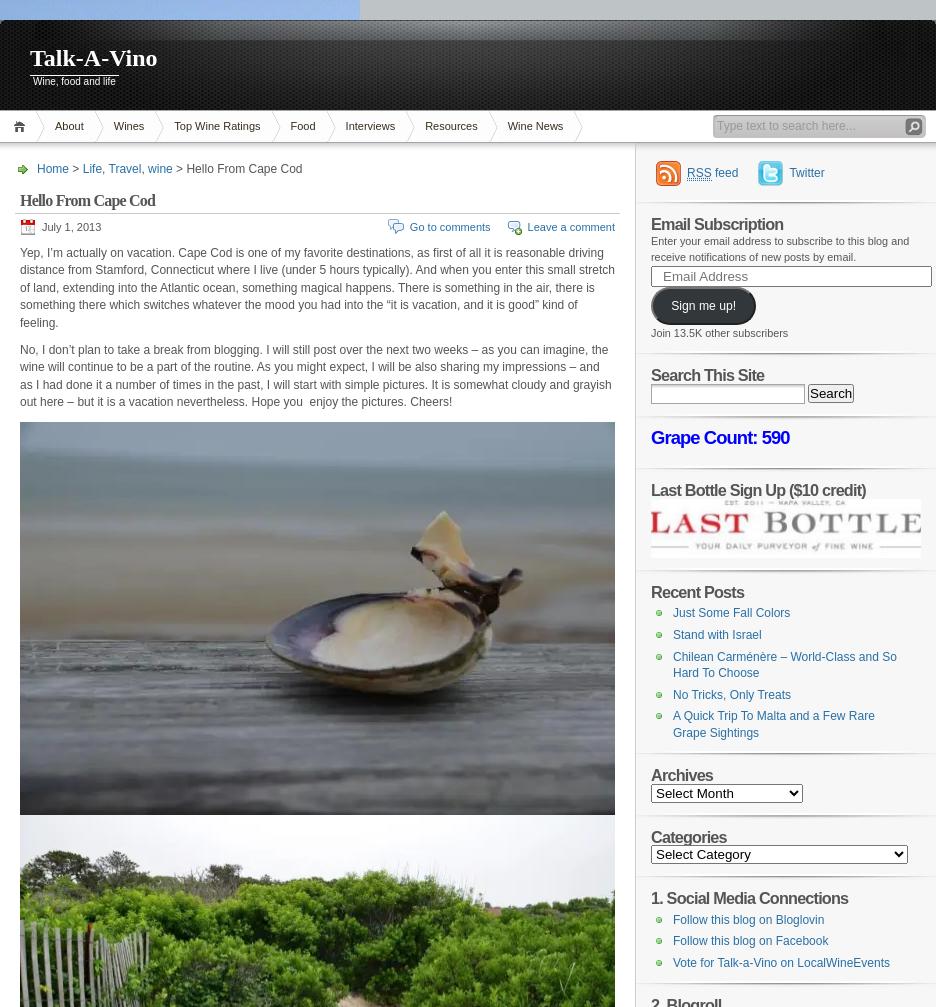  Describe the element at coordinates (779, 248) in the screenshot. I see `'Enter your email address to subscribe to this blog and receive notifications of new posts by email.'` at that location.